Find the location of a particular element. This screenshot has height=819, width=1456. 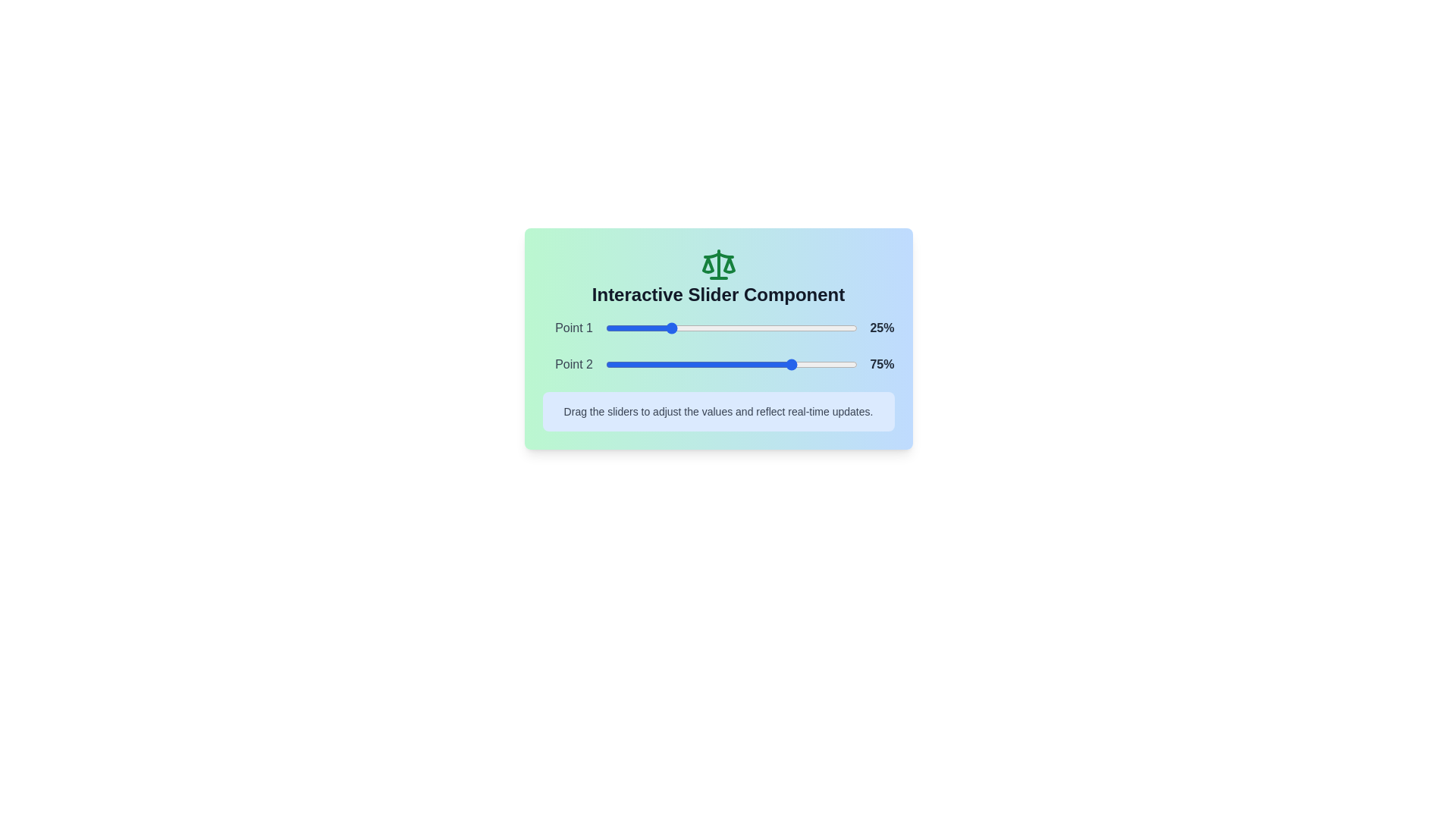

the slider to set its value to 53% is located at coordinates (739, 327).